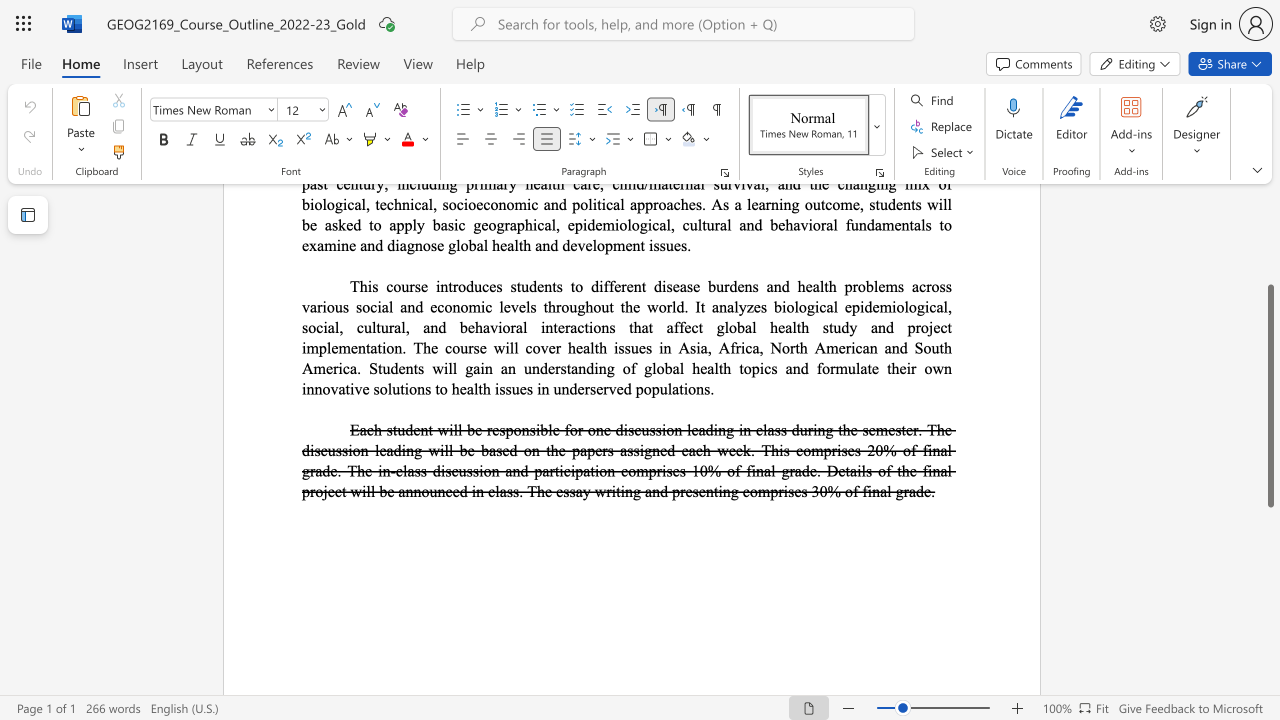 Image resolution: width=1280 pixels, height=720 pixels. What do you see at coordinates (1269, 396) in the screenshot?
I see `the scrollbar and move down 290 pixels` at bounding box center [1269, 396].